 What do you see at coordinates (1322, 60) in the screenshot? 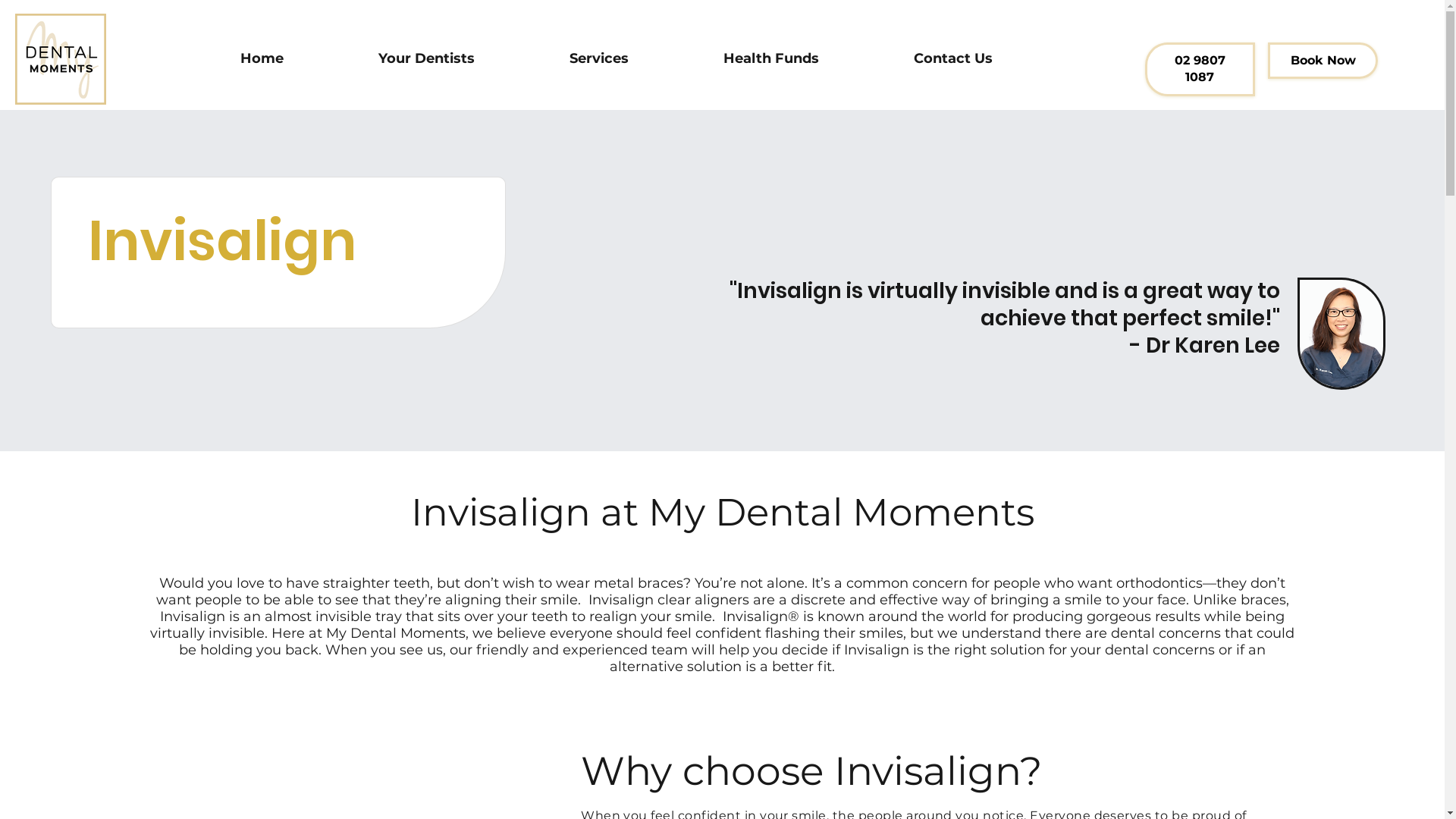
I see `'Book Now'` at bounding box center [1322, 60].